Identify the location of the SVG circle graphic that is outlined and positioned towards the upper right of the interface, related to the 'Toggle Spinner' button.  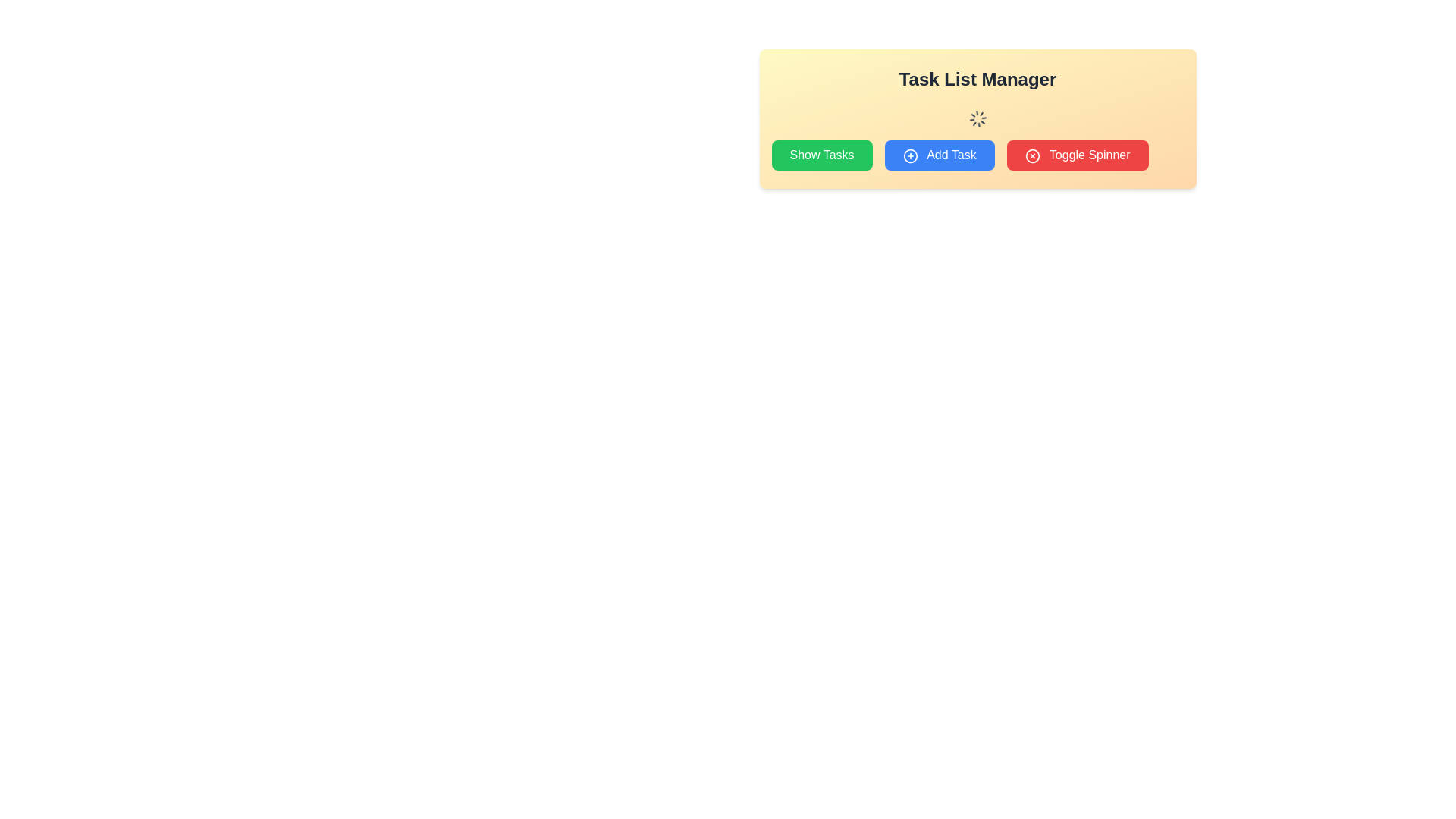
(1031, 155).